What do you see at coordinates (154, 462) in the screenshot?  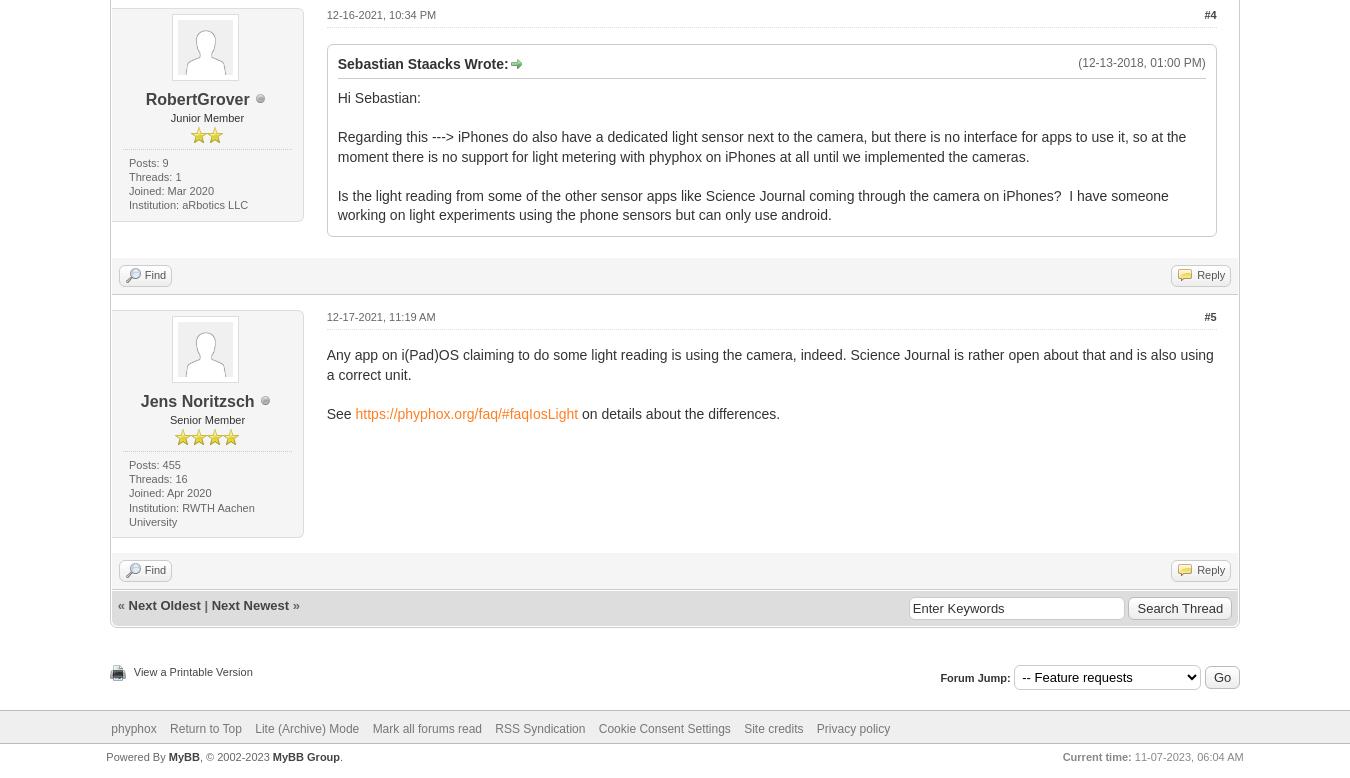 I see `'Posts: 455'` at bounding box center [154, 462].